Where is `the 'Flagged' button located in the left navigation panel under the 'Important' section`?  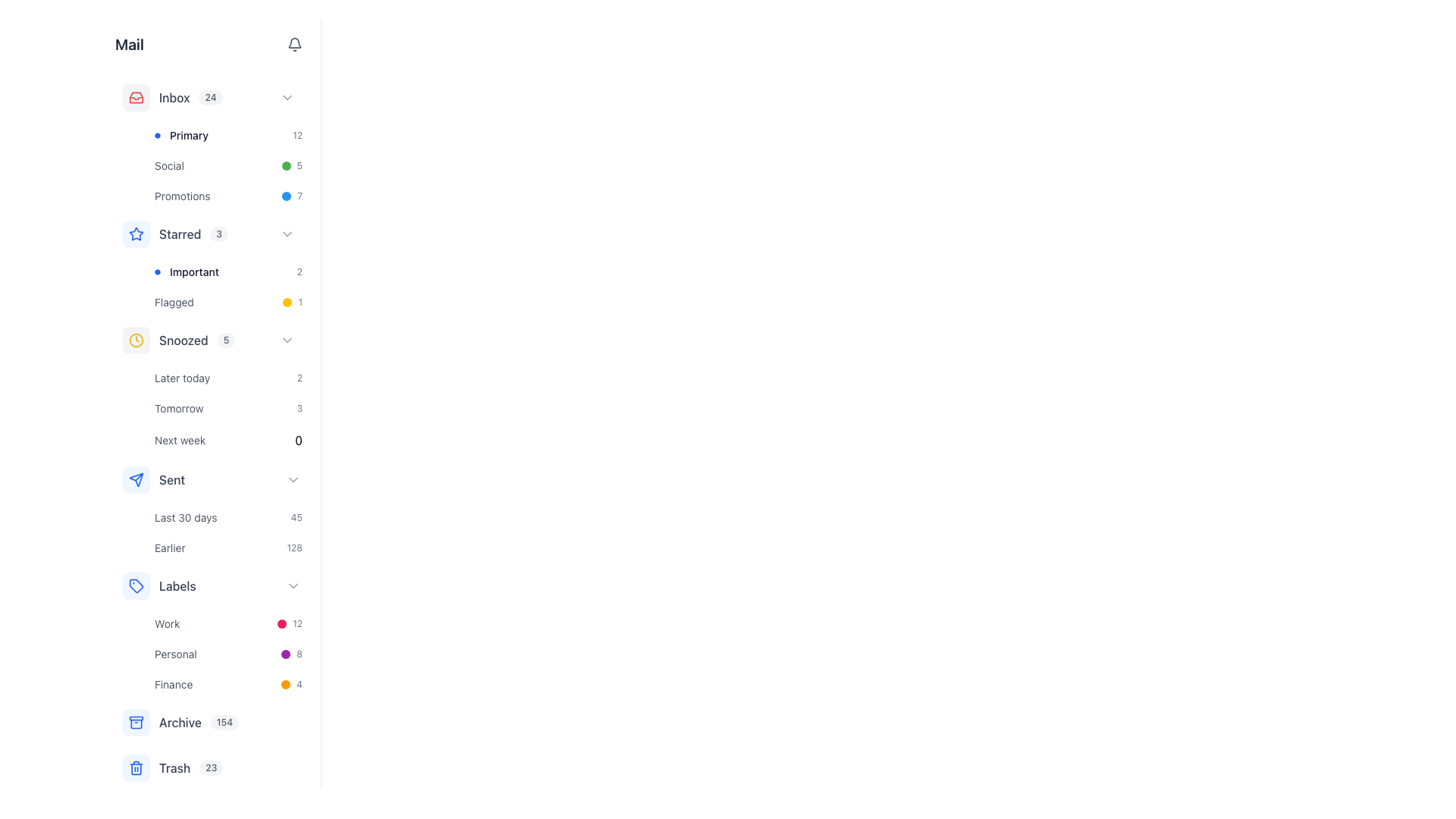 the 'Flagged' button located in the left navigation panel under the 'Important' section is located at coordinates (227, 302).